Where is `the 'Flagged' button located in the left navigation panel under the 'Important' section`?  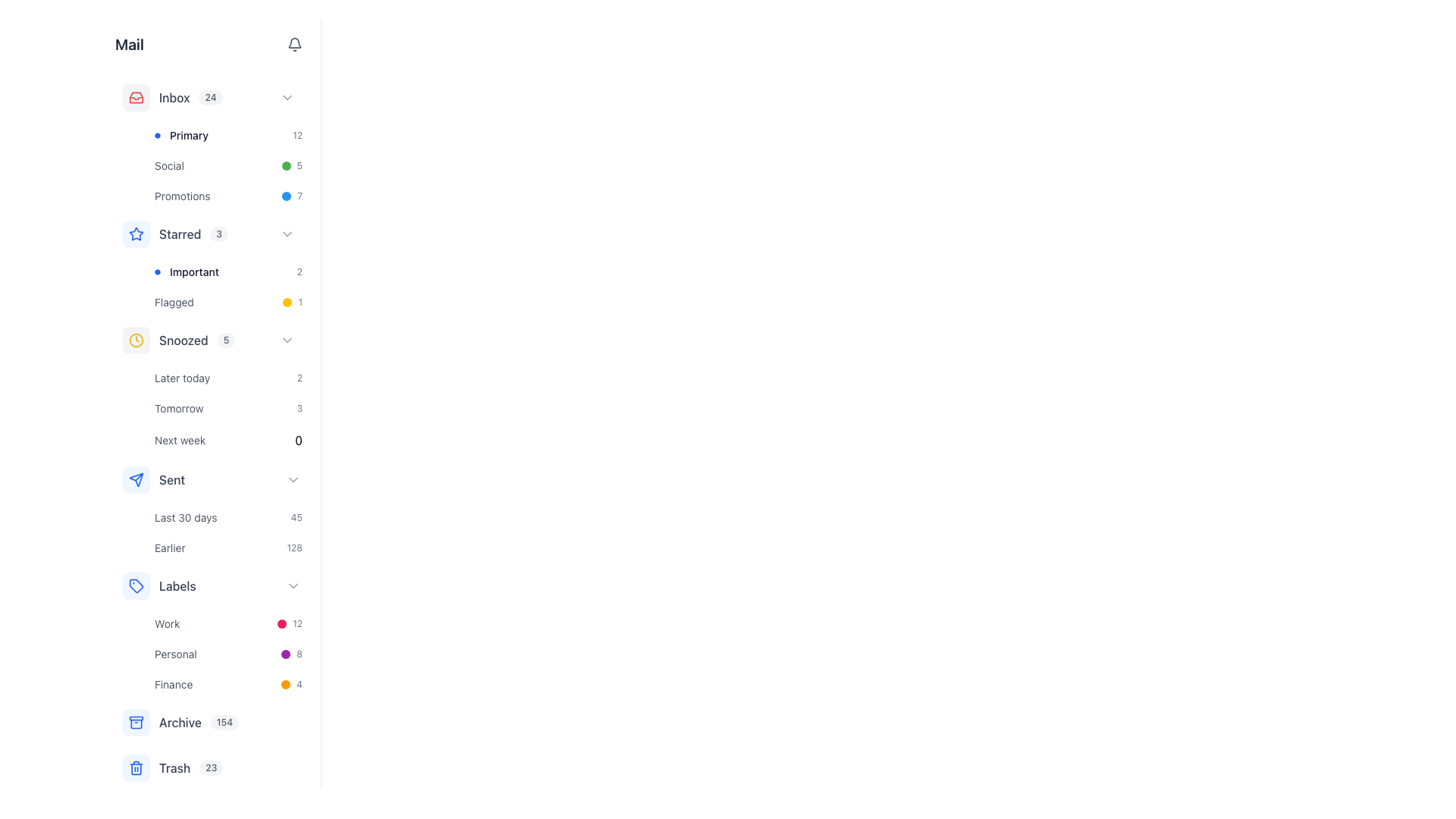 the 'Flagged' button located in the left navigation panel under the 'Important' section is located at coordinates (227, 302).